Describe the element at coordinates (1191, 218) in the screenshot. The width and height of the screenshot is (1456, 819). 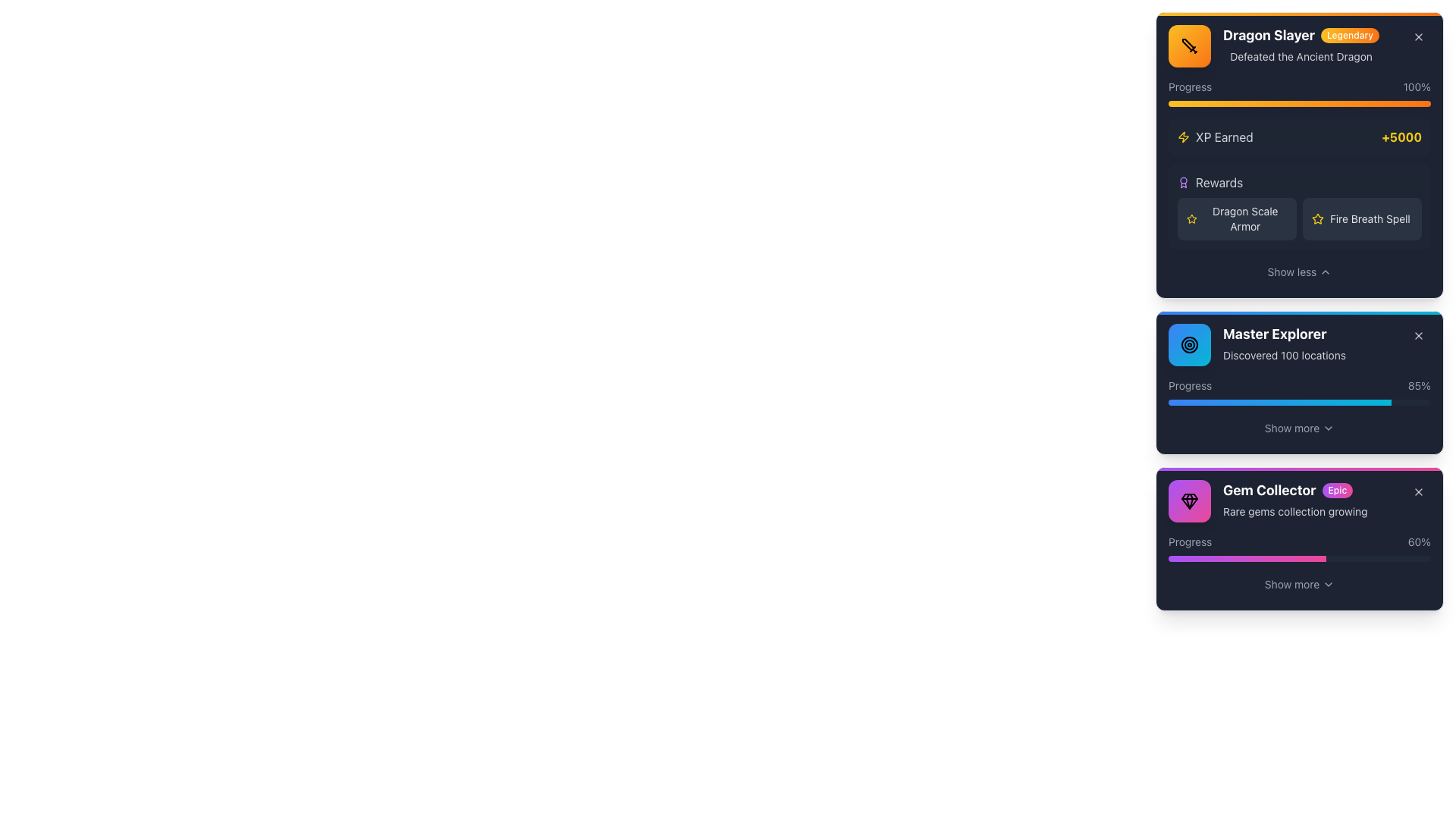
I see `the yellow star-shaped icon located in the Rewards section of the Dragon Slayer card, adjacent to the Fire Breath Spell reward icon` at that location.